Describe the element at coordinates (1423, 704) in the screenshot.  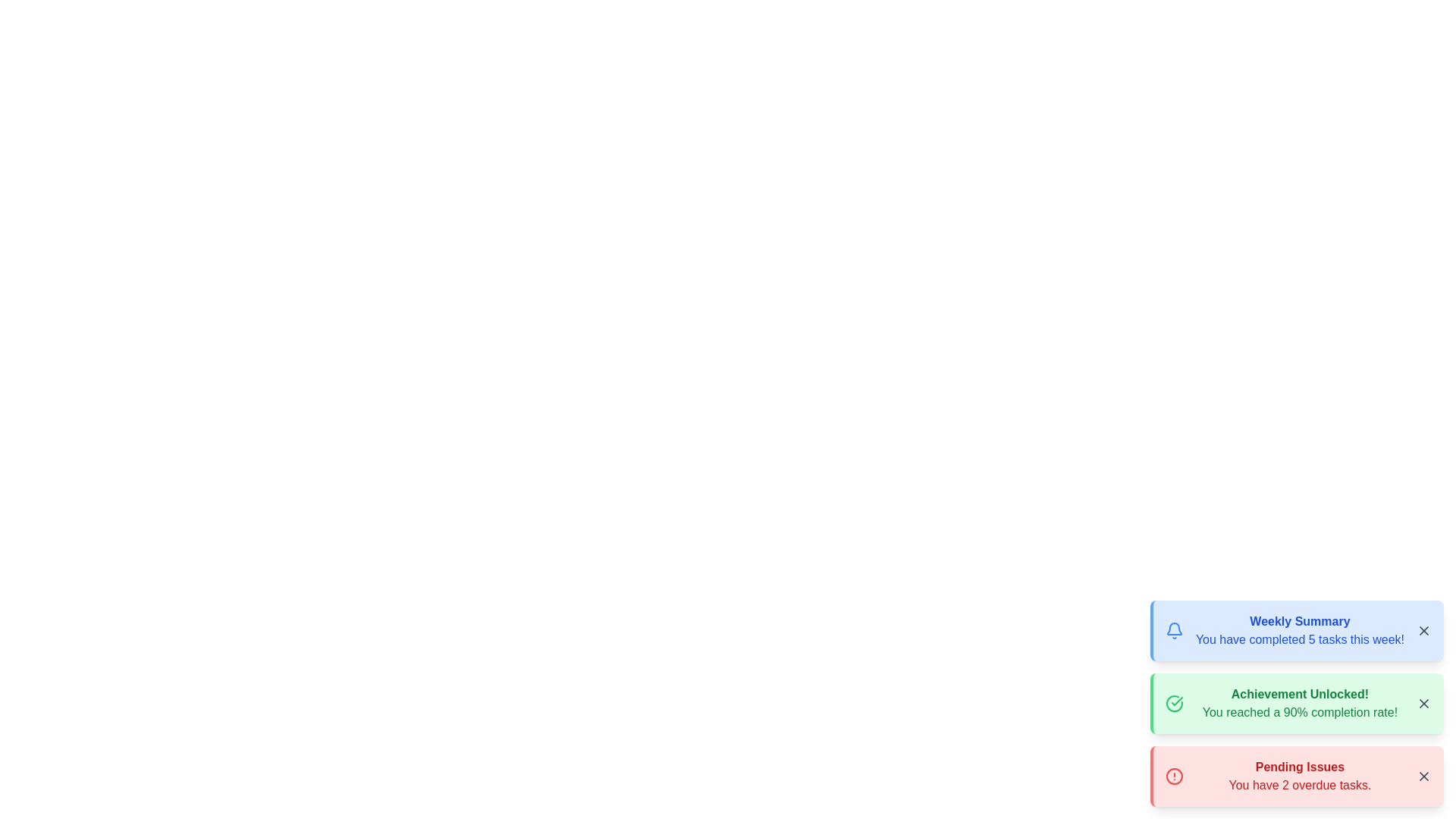
I see `dismiss button of the notification with the title Achievement Unlocked!` at that location.